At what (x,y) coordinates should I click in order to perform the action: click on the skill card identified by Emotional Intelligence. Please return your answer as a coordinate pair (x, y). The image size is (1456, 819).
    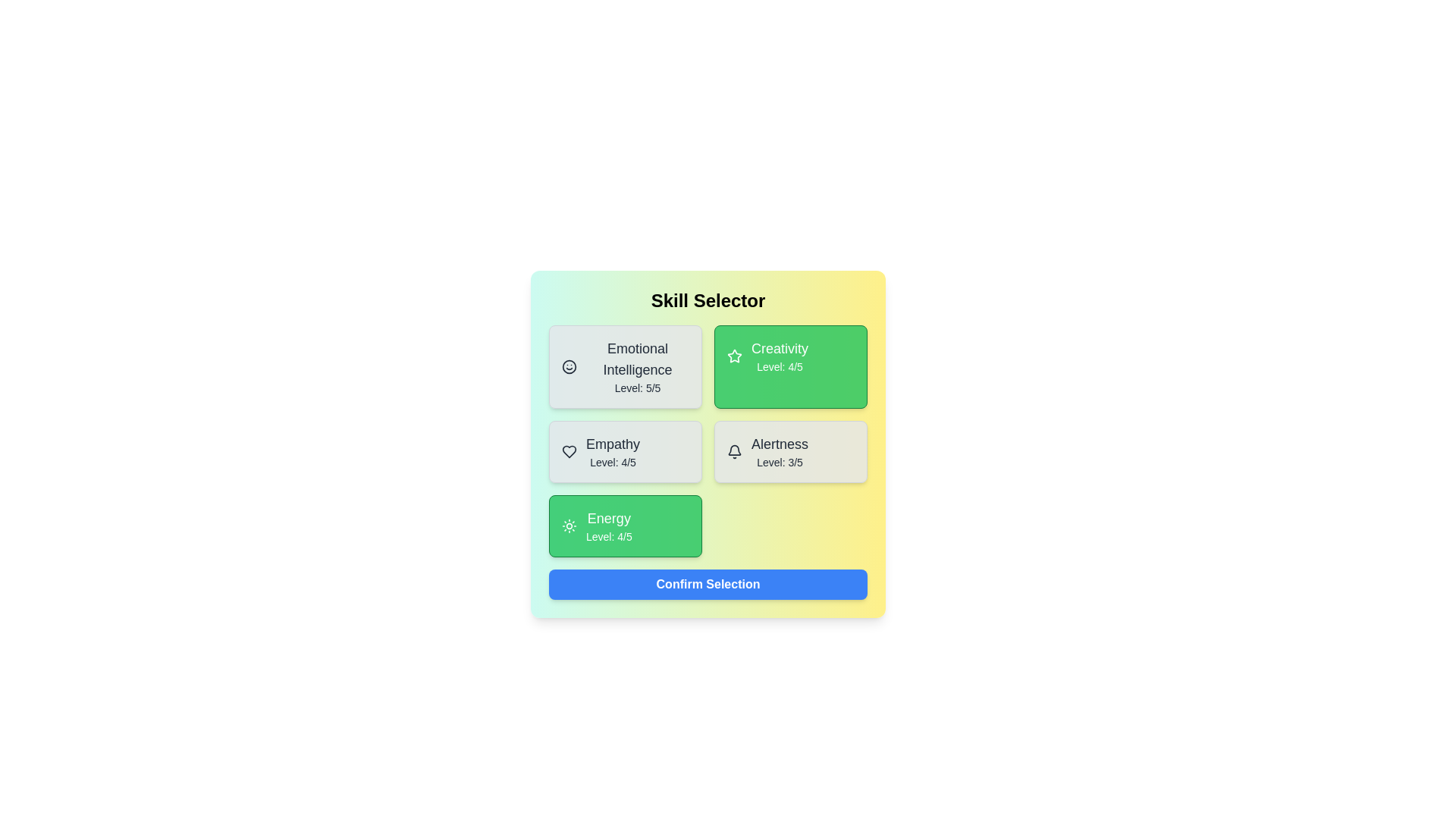
    Looking at the image, I should click on (626, 366).